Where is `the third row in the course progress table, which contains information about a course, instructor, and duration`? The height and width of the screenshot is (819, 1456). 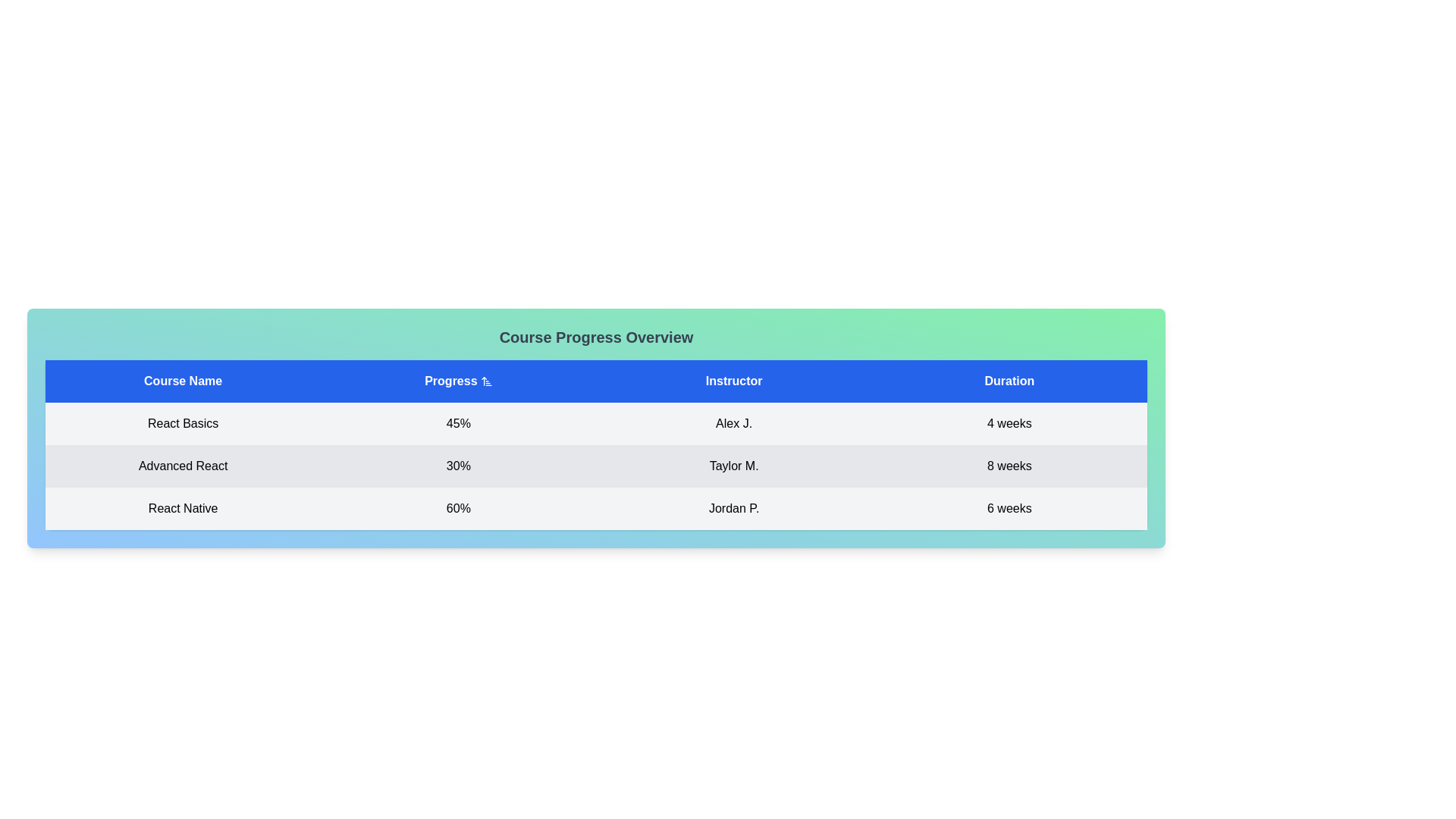 the third row in the course progress table, which contains information about a course, instructor, and duration is located at coordinates (595, 509).